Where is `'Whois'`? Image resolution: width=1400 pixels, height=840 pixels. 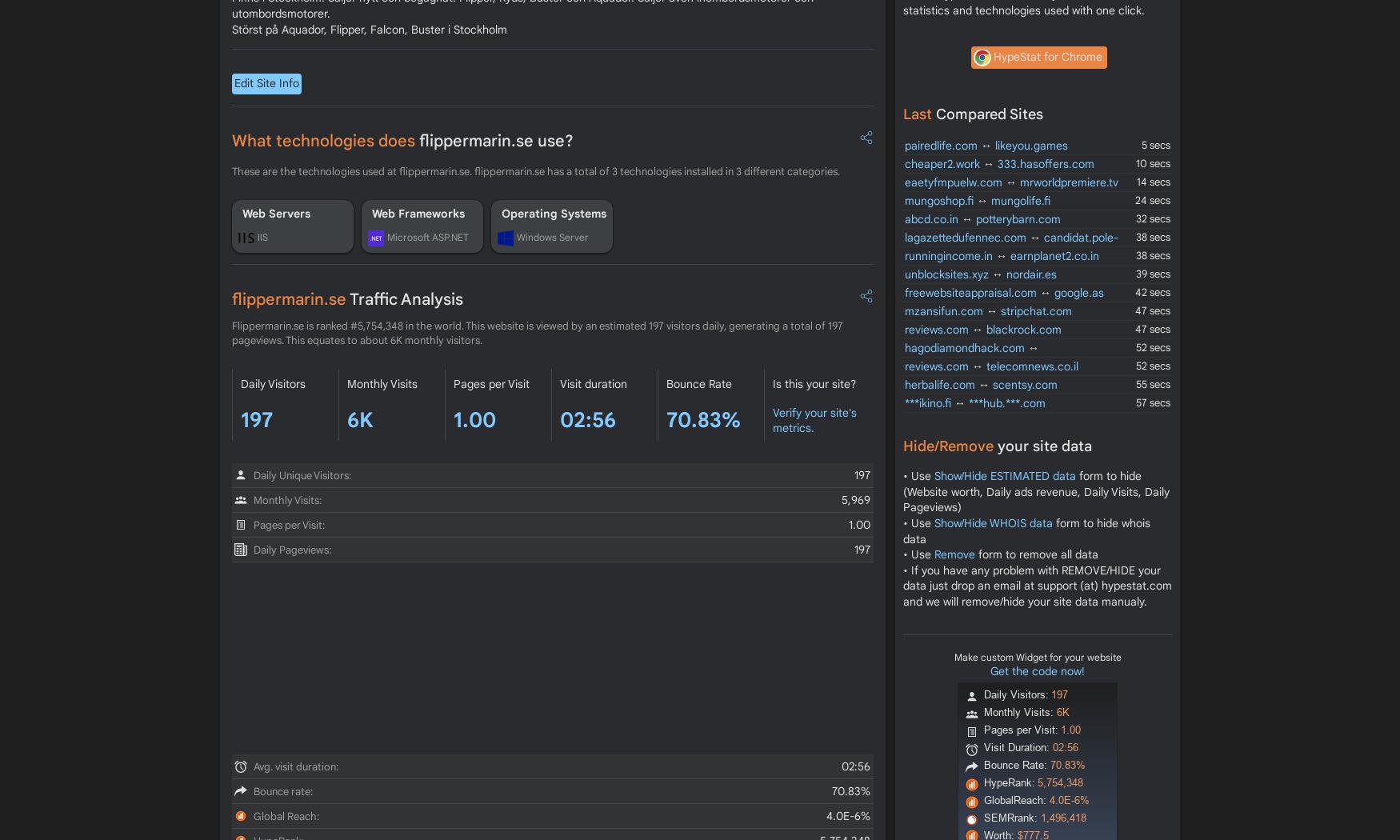
'Whois' is located at coordinates (257, 186).